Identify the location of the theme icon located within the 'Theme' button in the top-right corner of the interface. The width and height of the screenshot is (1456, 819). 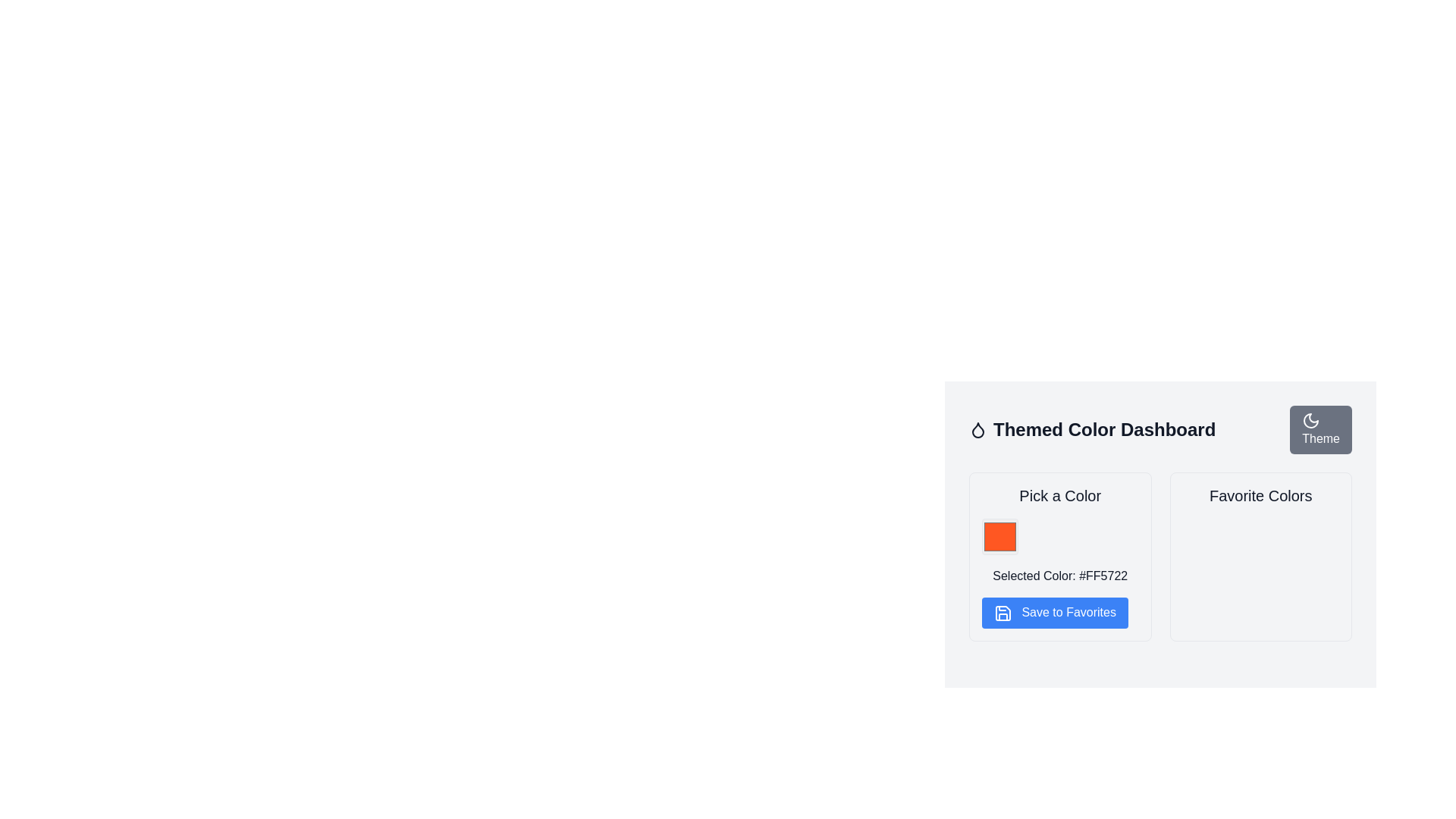
(1310, 421).